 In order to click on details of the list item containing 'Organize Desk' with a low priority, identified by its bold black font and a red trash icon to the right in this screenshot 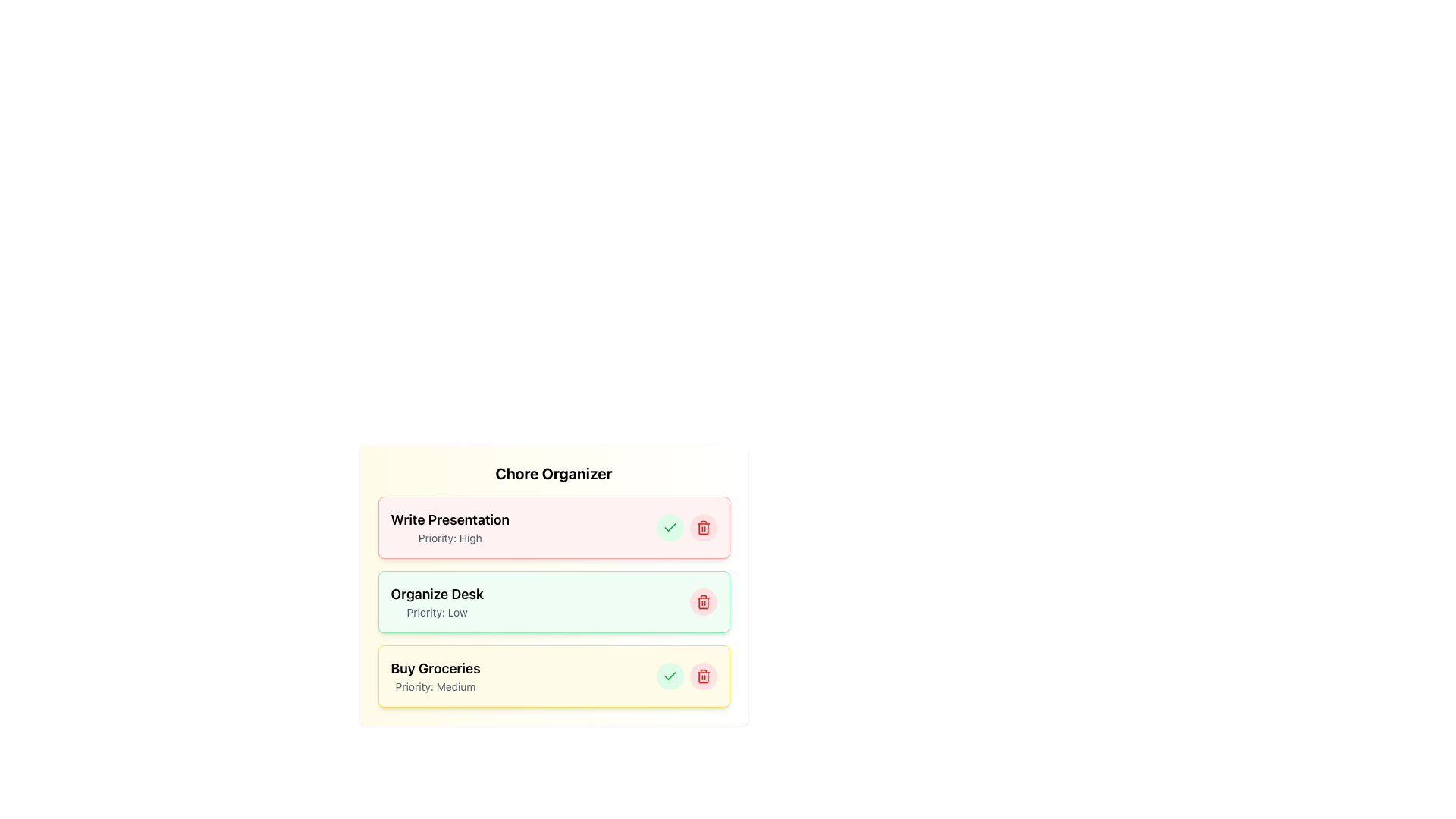, I will do `click(553, 601)`.